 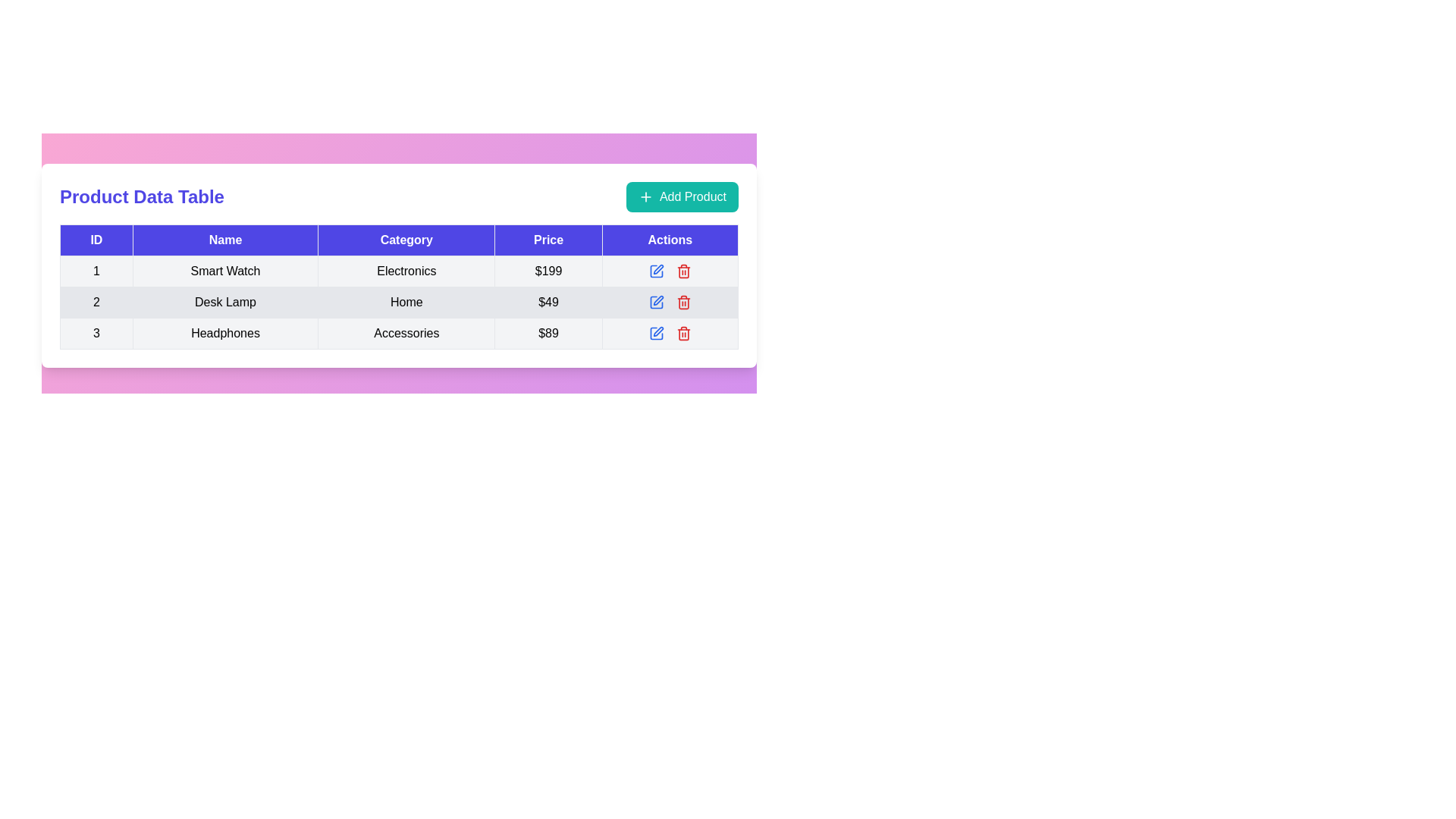 What do you see at coordinates (656, 271) in the screenshot?
I see `the edit action button located in the first icon of the 'Actions' column in the second row of the table` at bounding box center [656, 271].